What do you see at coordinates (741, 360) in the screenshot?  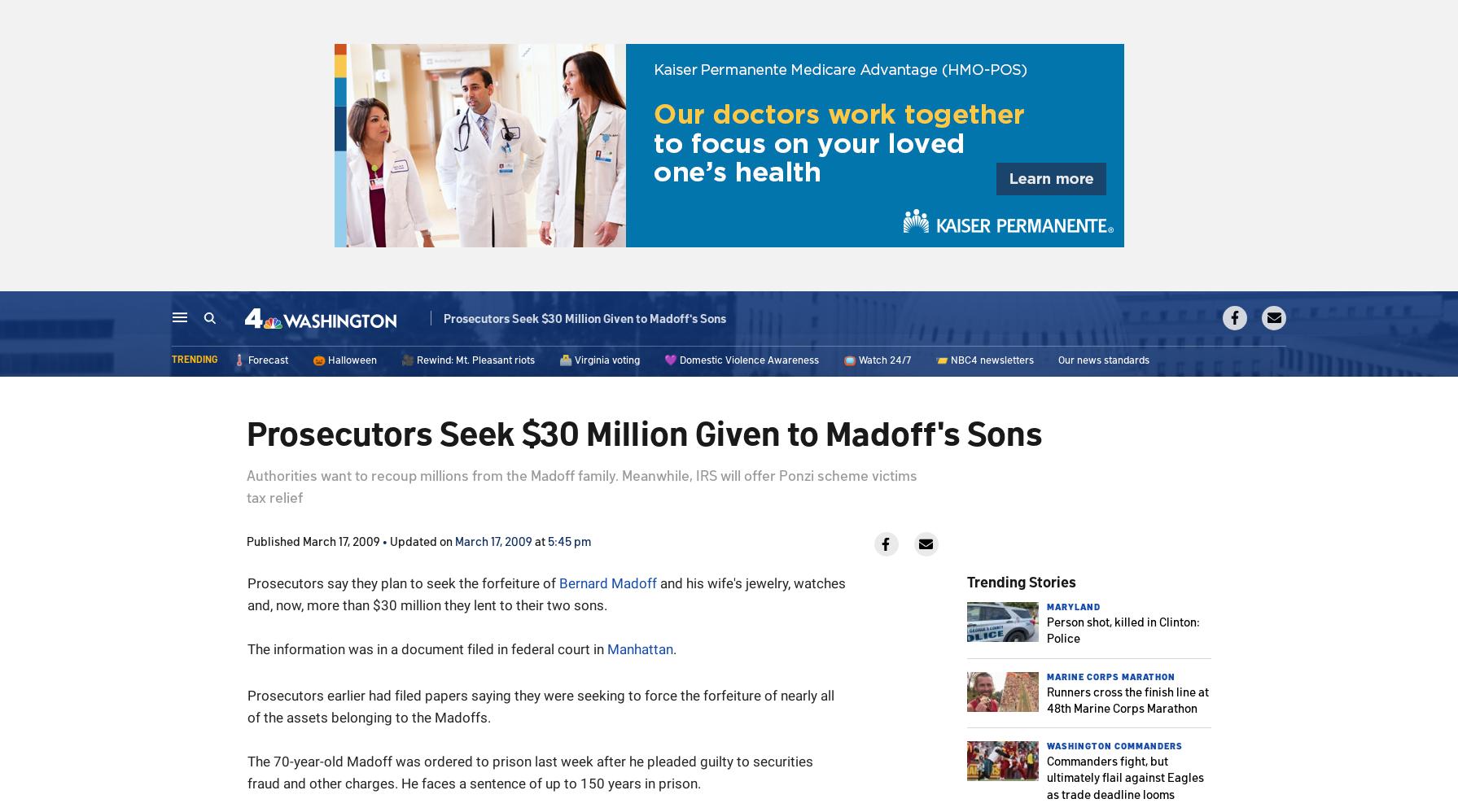 I see `'💜 Domestic Violence Awareness'` at bounding box center [741, 360].